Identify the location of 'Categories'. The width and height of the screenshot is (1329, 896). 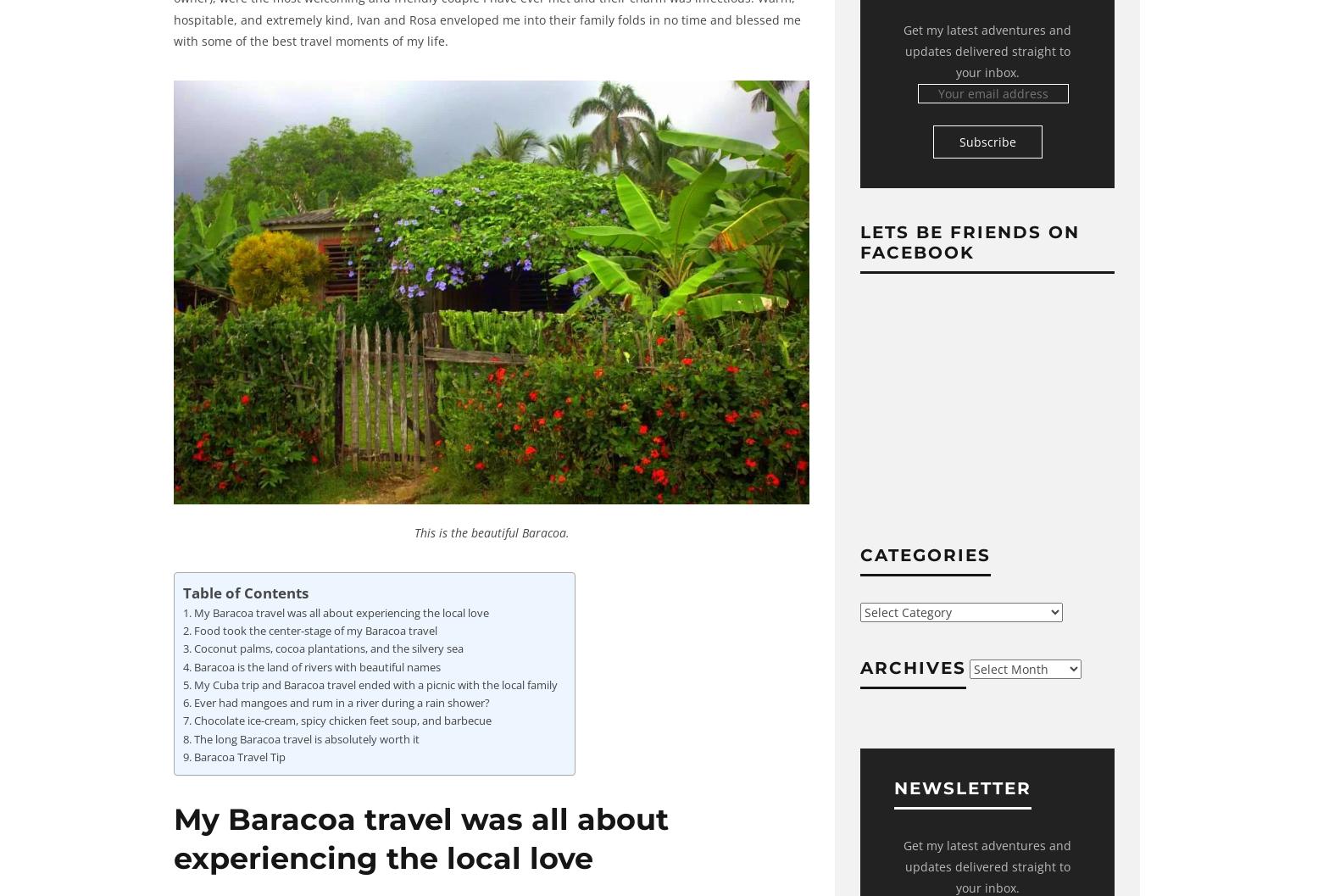
(859, 555).